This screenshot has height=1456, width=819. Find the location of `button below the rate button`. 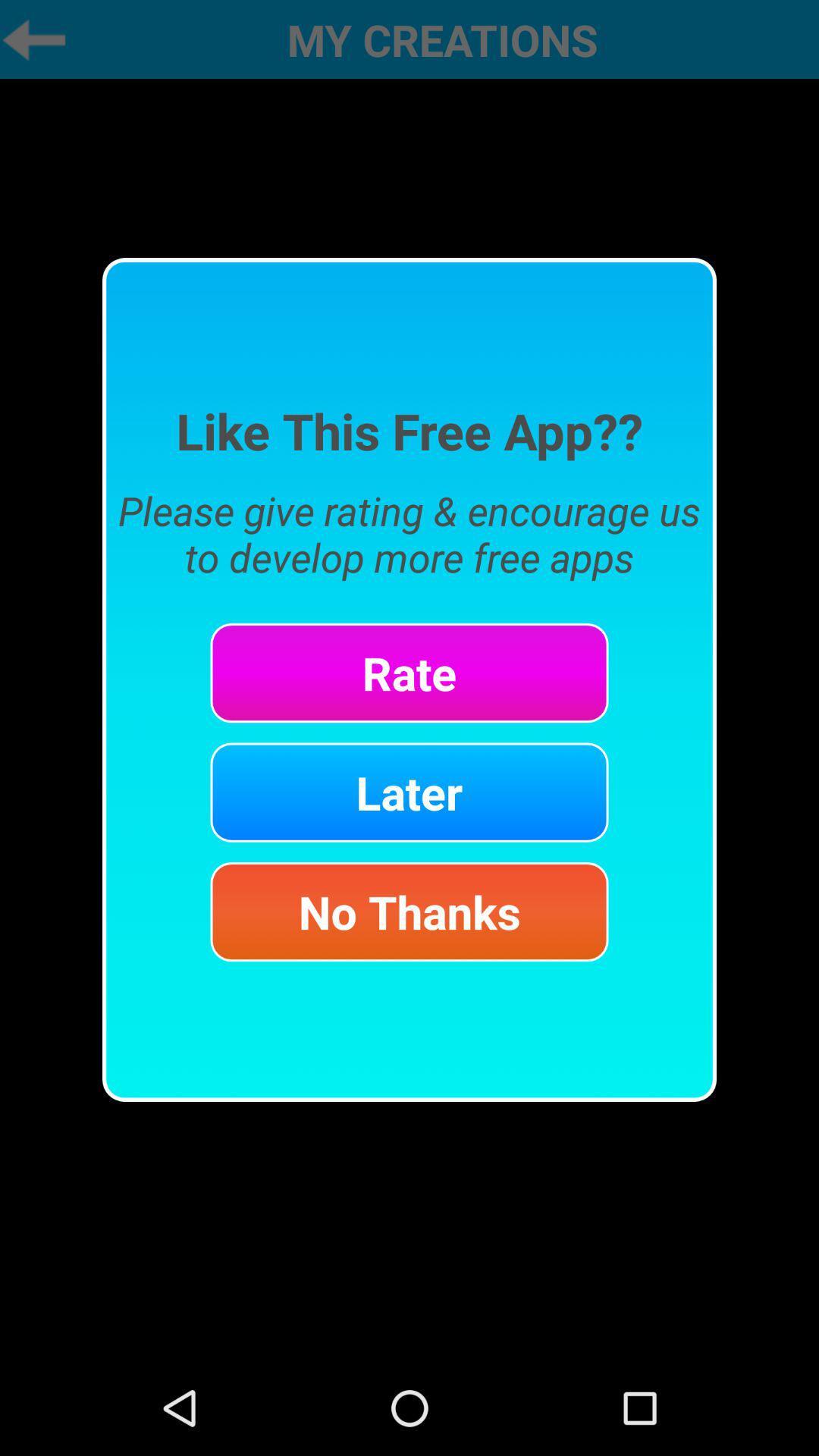

button below the rate button is located at coordinates (409, 792).